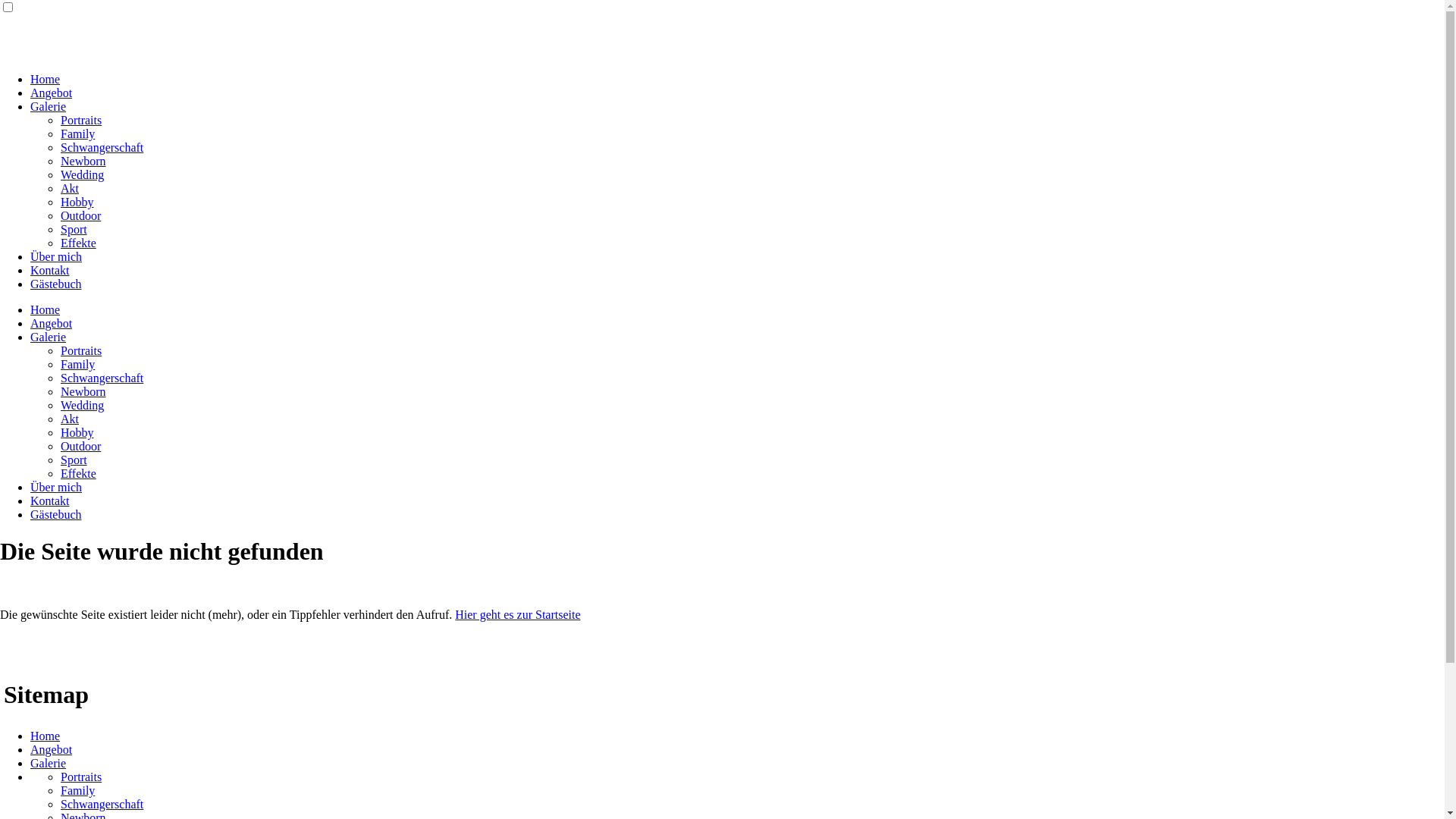 The width and height of the screenshot is (1456, 819). Describe the element at coordinates (30, 500) in the screenshot. I see `'Kontakt'` at that location.